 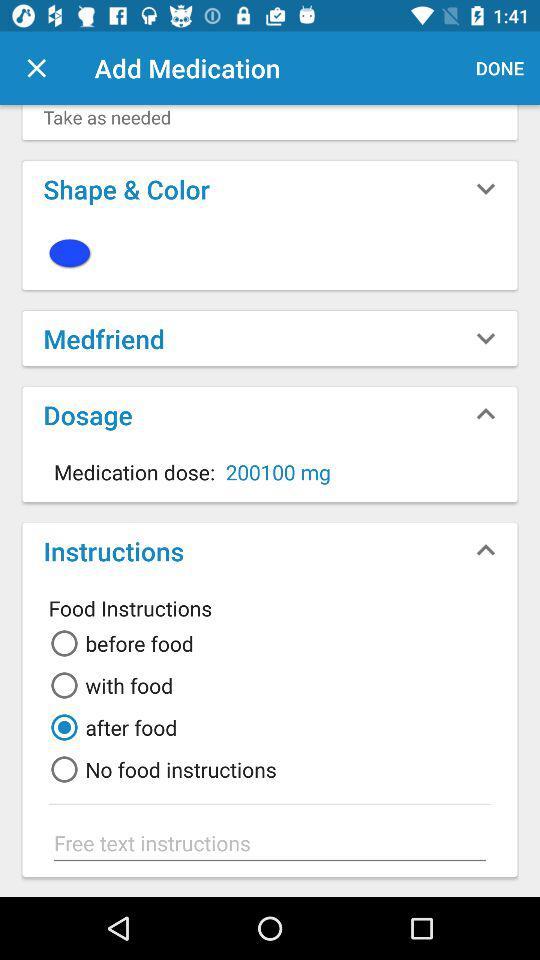 What do you see at coordinates (485, 188) in the screenshot?
I see `the button next to shape  color` at bounding box center [485, 188].